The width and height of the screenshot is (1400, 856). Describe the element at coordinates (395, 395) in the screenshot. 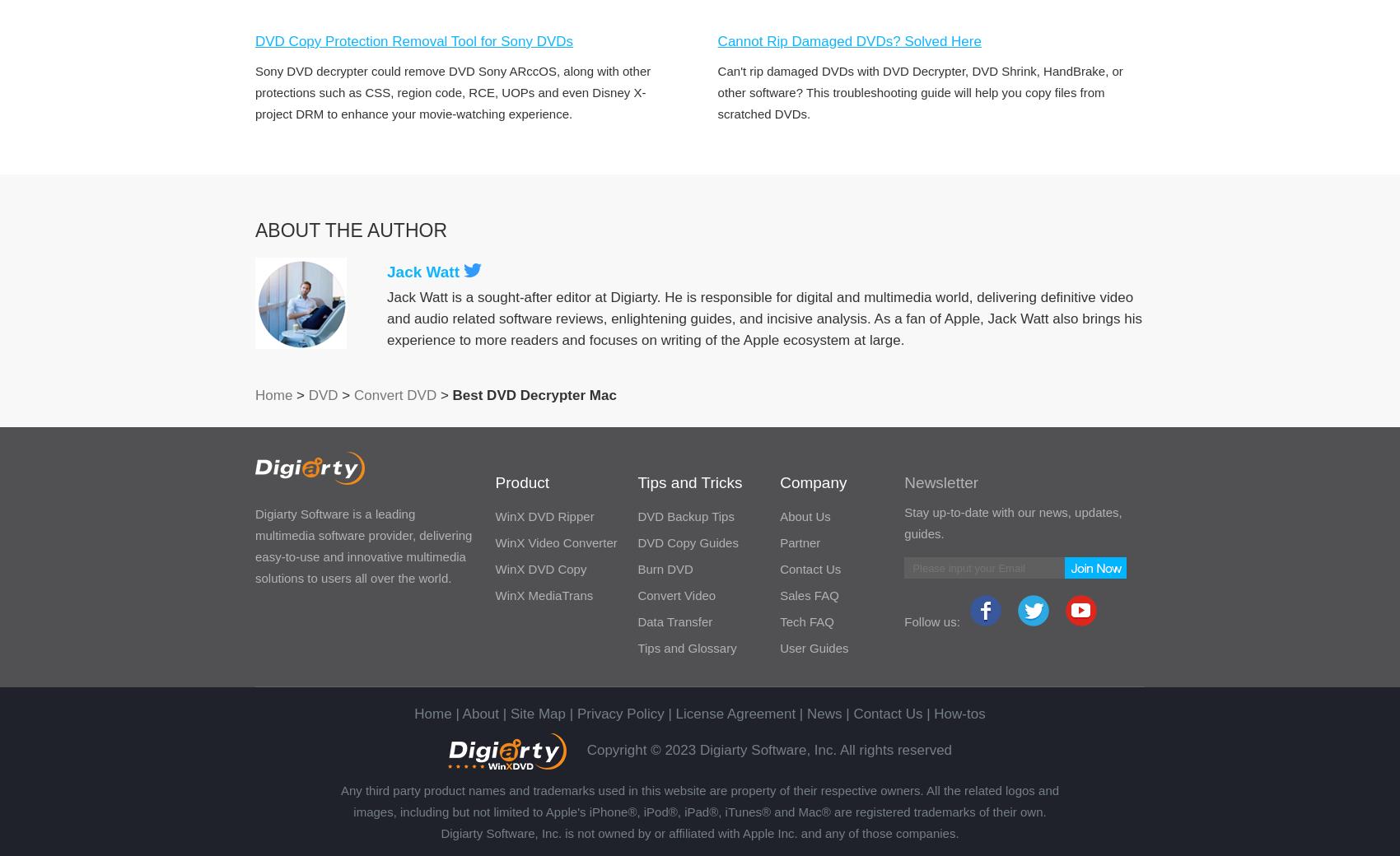

I see `'Convert DVD'` at that location.